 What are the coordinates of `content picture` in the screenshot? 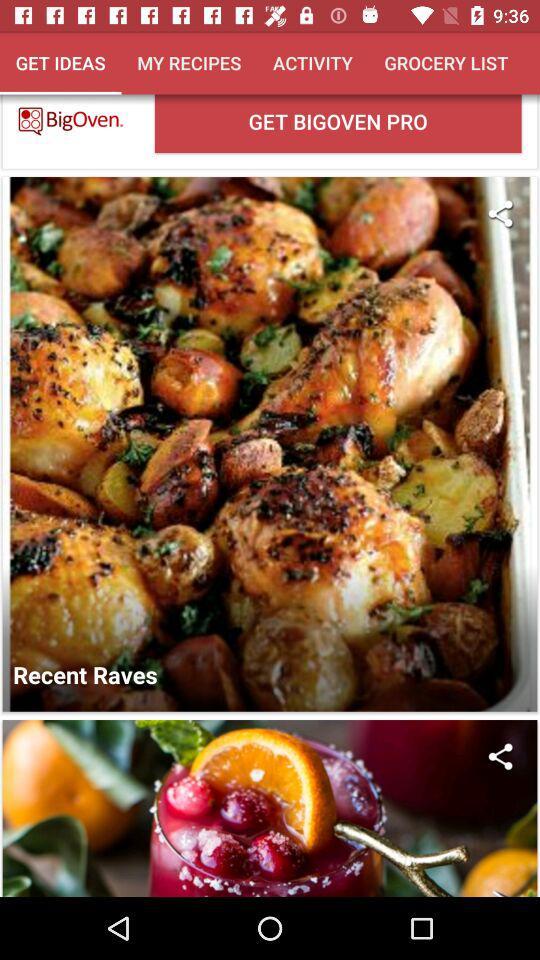 It's located at (270, 808).